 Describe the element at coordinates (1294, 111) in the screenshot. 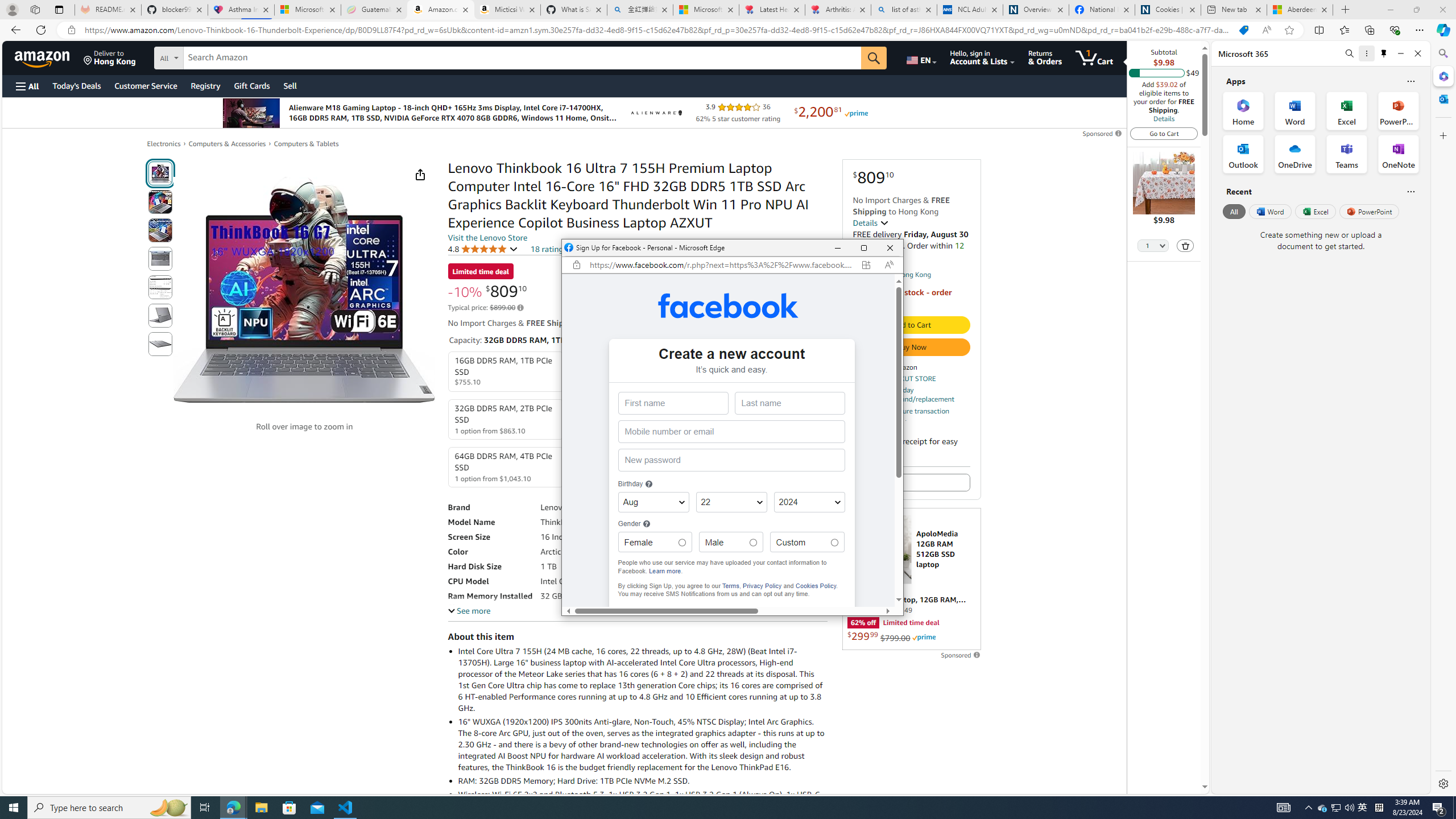

I see `'Word Office App'` at that location.